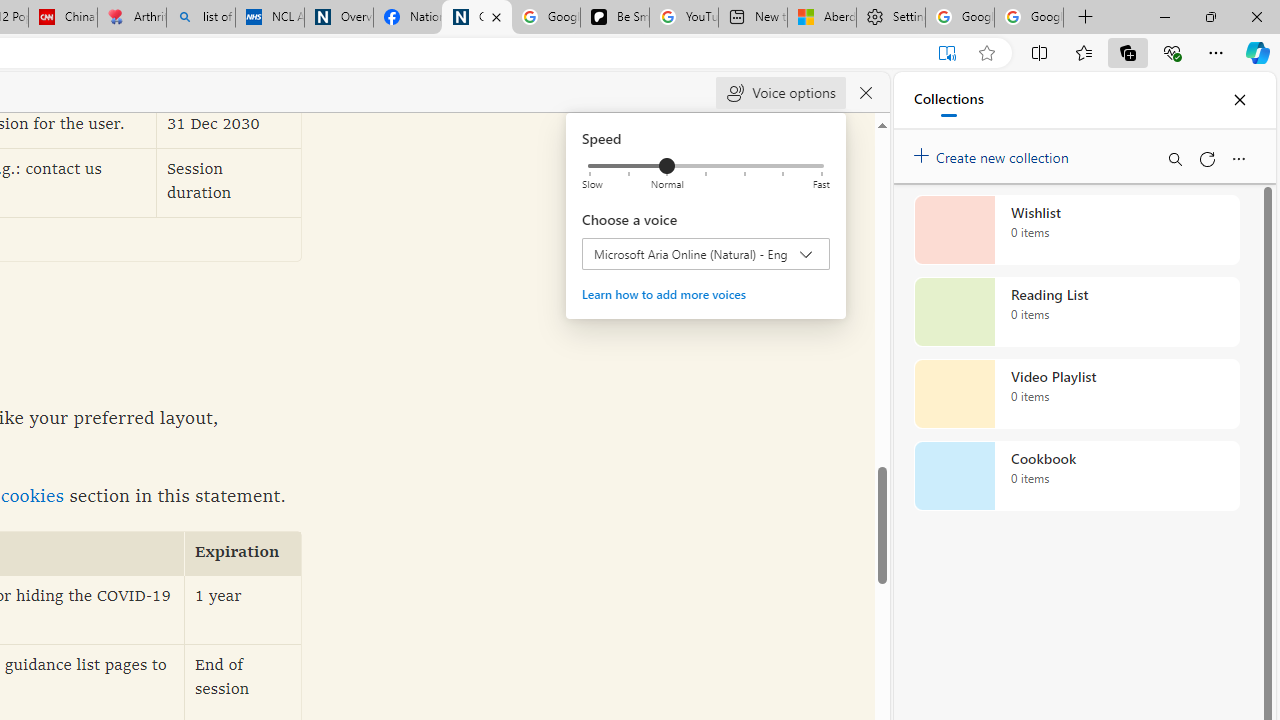 The width and height of the screenshot is (1280, 720). Describe the element at coordinates (779, 92) in the screenshot. I see `'Voice options'` at that location.